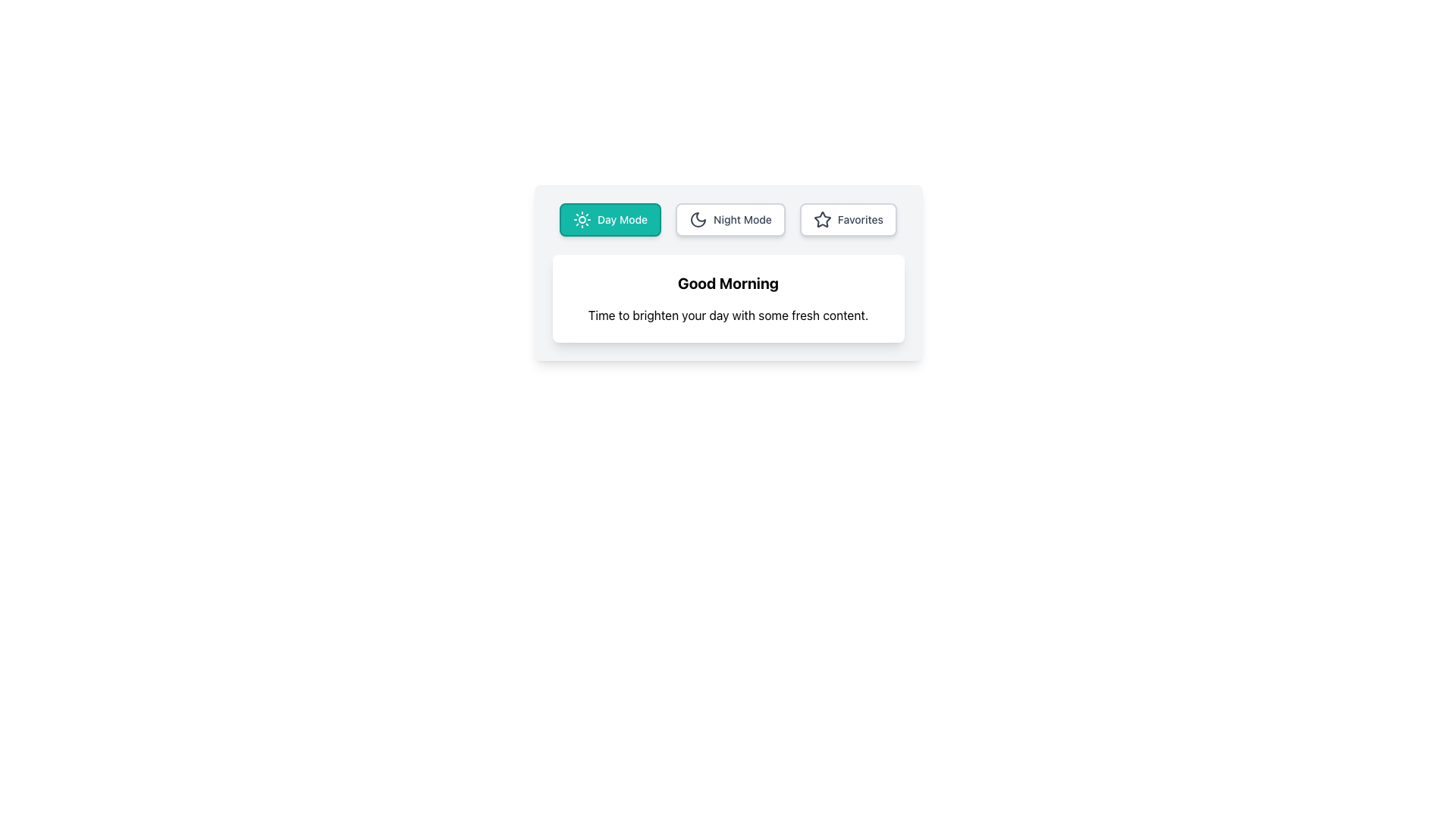  I want to click on the second button in a row of three buttons, located centrally towards the top section of the interface, so click(728, 219).